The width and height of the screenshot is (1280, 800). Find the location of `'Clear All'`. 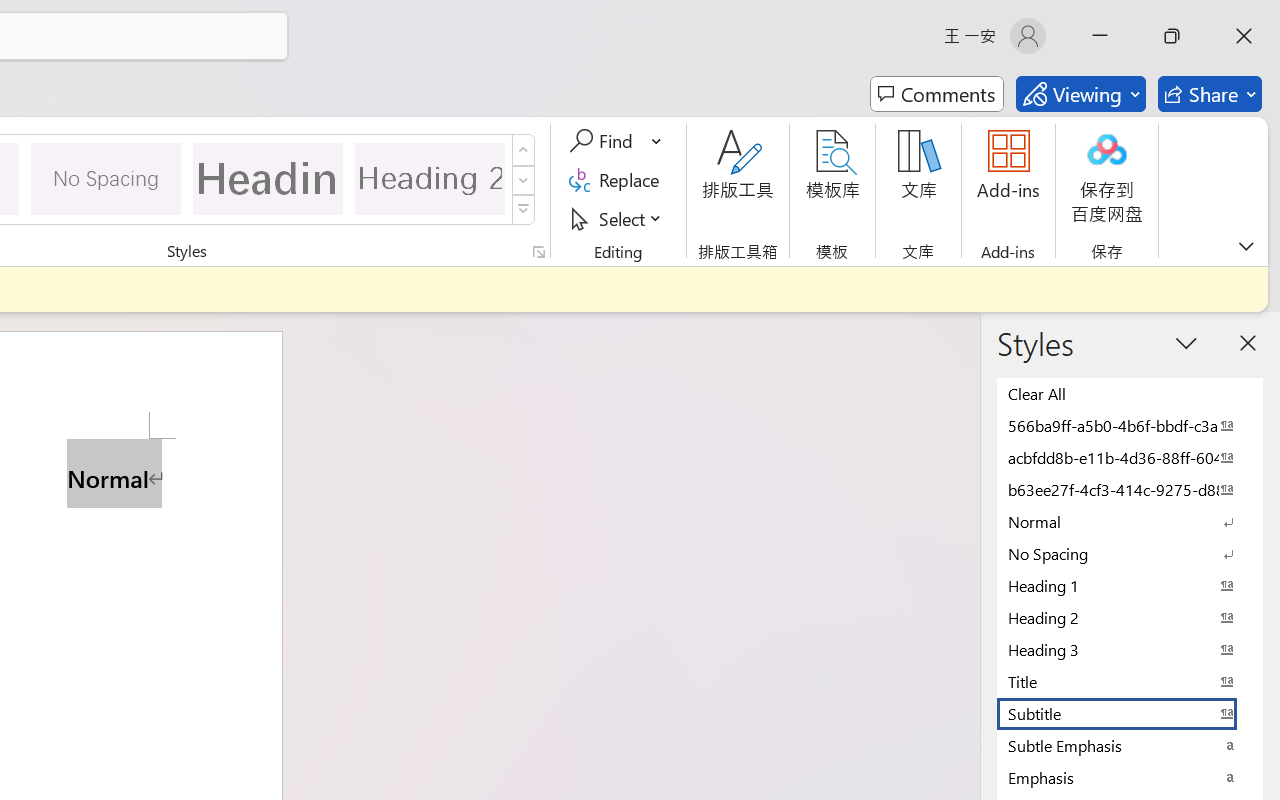

'Clear All' is located at coordinates (1130, 392).